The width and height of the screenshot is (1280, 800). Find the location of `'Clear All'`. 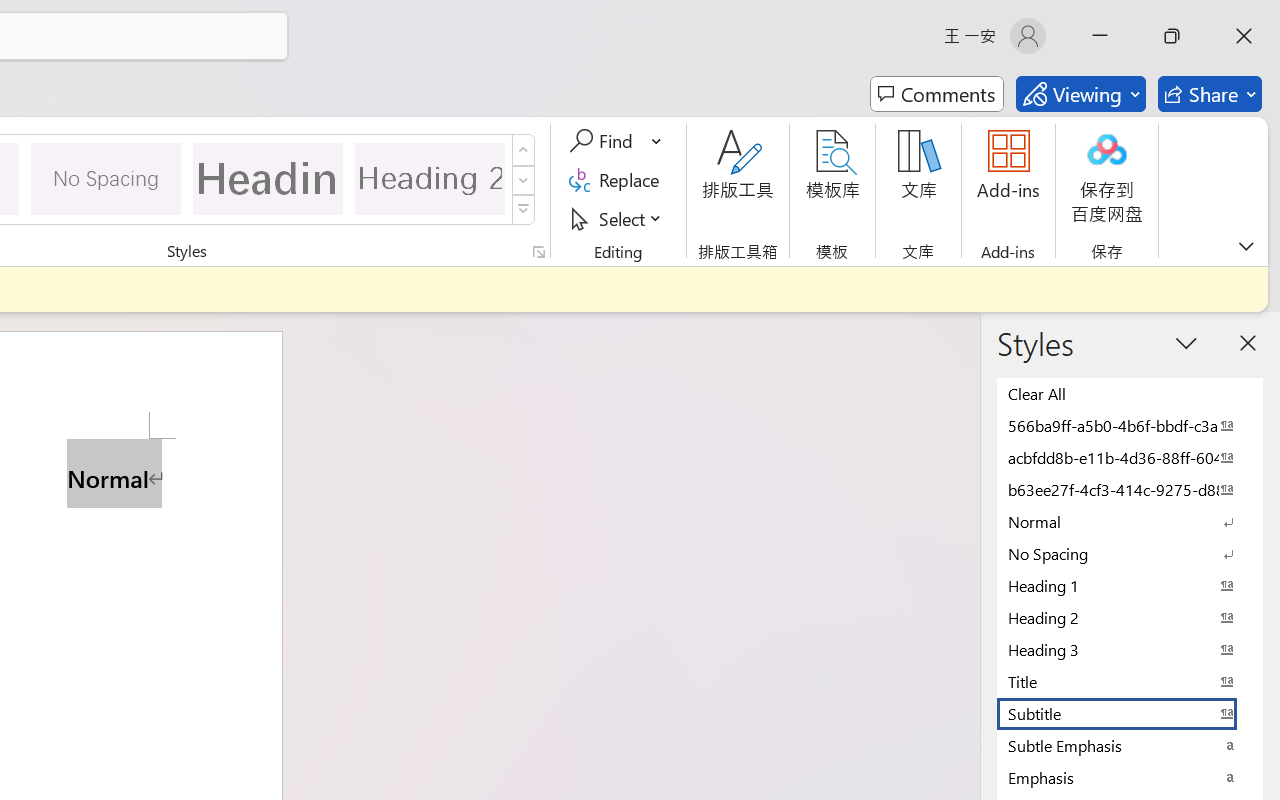

'Clear All' is located at coordinates (1130, 392).